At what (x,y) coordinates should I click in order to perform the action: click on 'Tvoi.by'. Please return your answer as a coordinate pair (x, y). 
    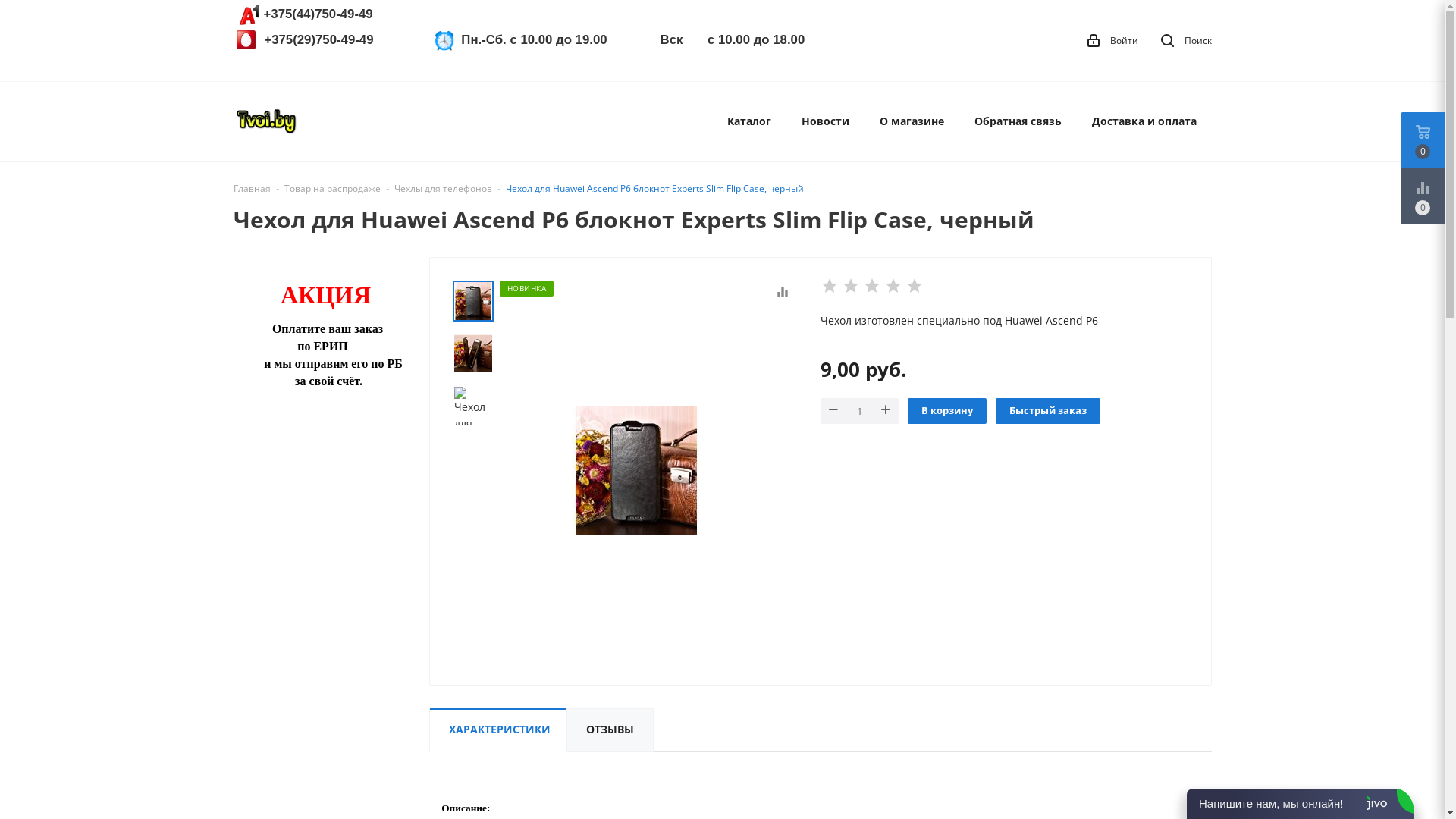
    Looking at the image, I should click on (232, 120).